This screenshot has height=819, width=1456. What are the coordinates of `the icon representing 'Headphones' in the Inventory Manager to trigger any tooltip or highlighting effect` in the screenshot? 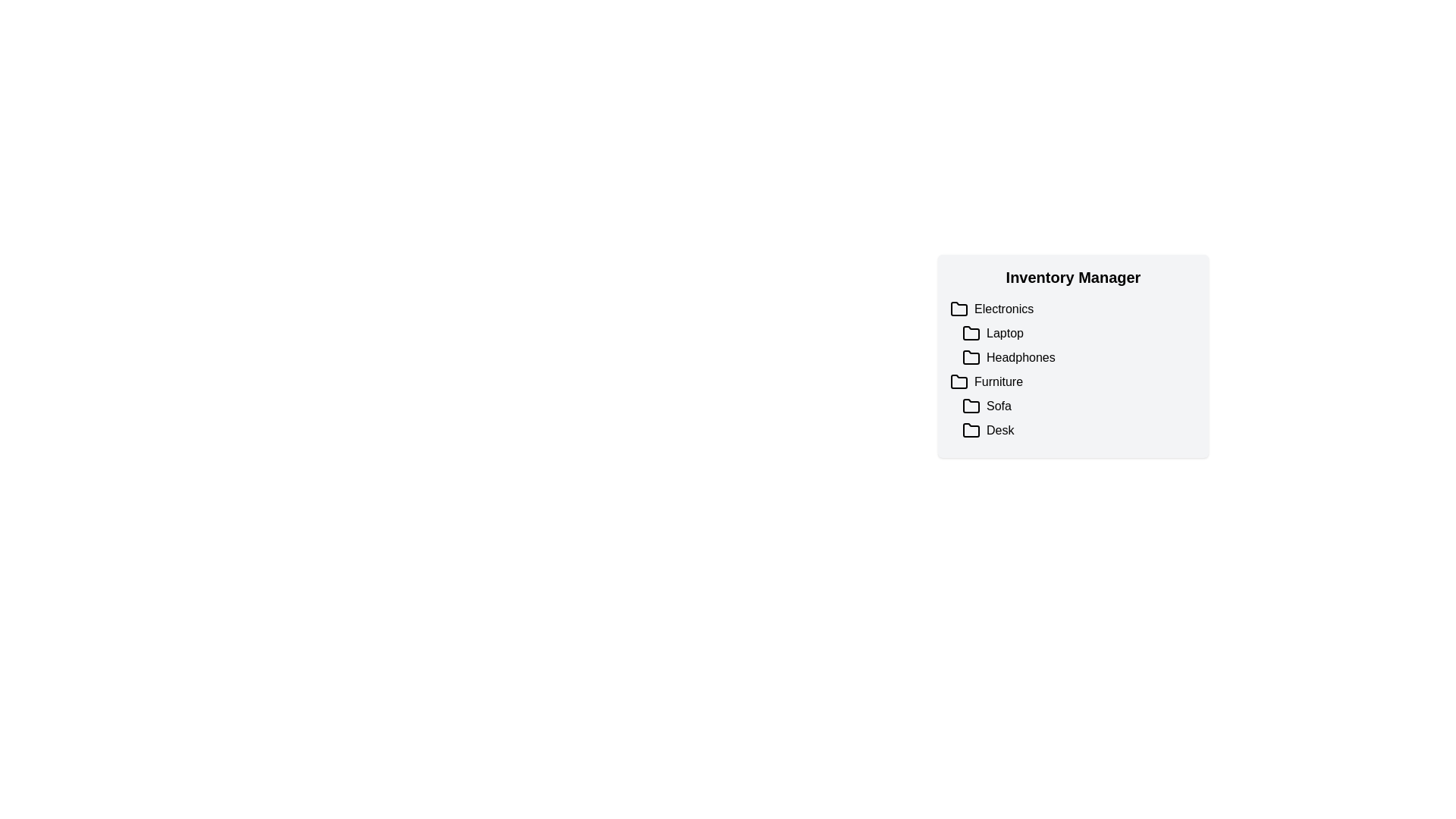 It's located at (971, 357).